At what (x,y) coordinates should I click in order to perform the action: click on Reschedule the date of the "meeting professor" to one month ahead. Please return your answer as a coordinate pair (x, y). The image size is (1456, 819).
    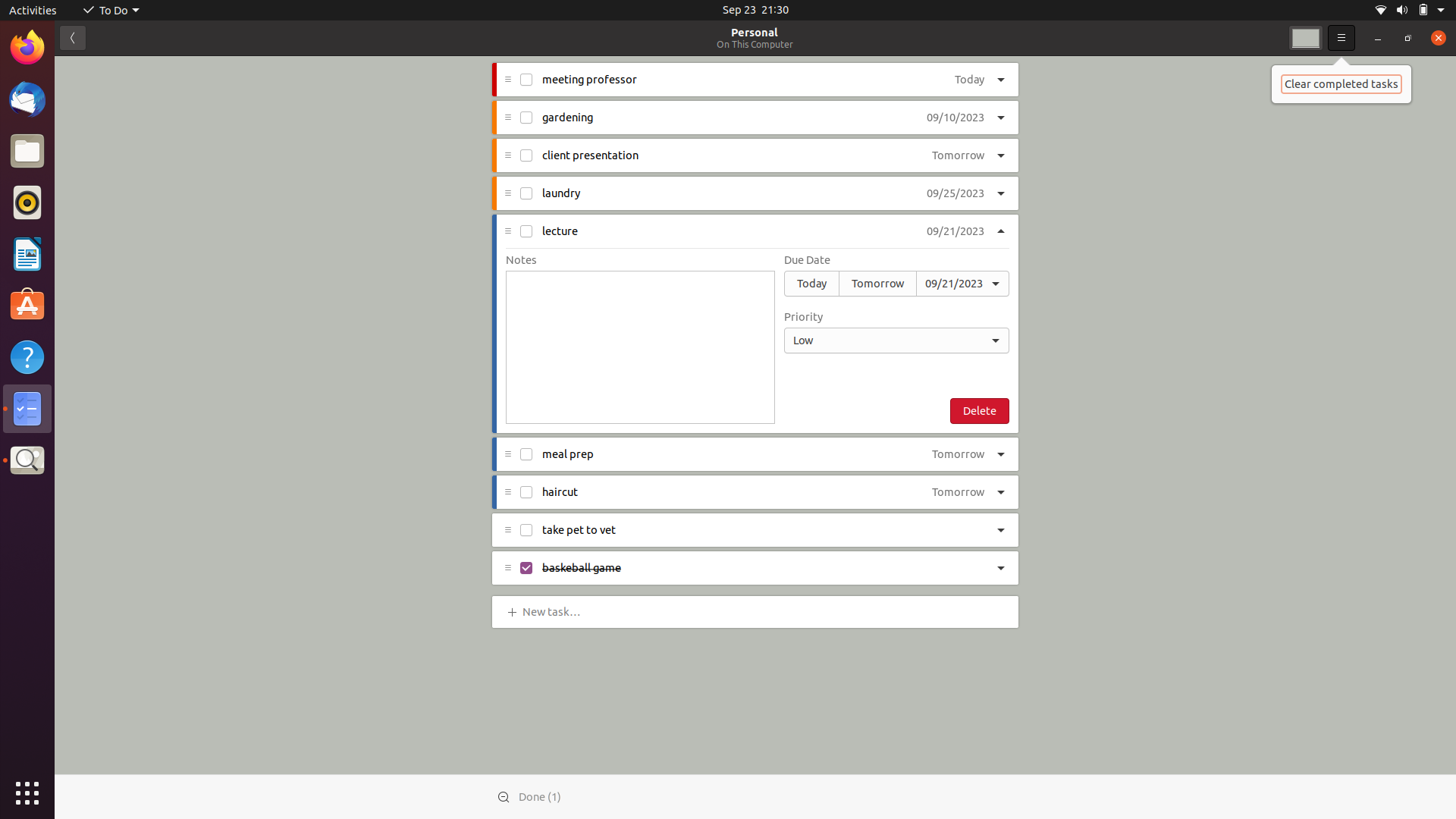
    Looking at the image, I should click on (964, 81).